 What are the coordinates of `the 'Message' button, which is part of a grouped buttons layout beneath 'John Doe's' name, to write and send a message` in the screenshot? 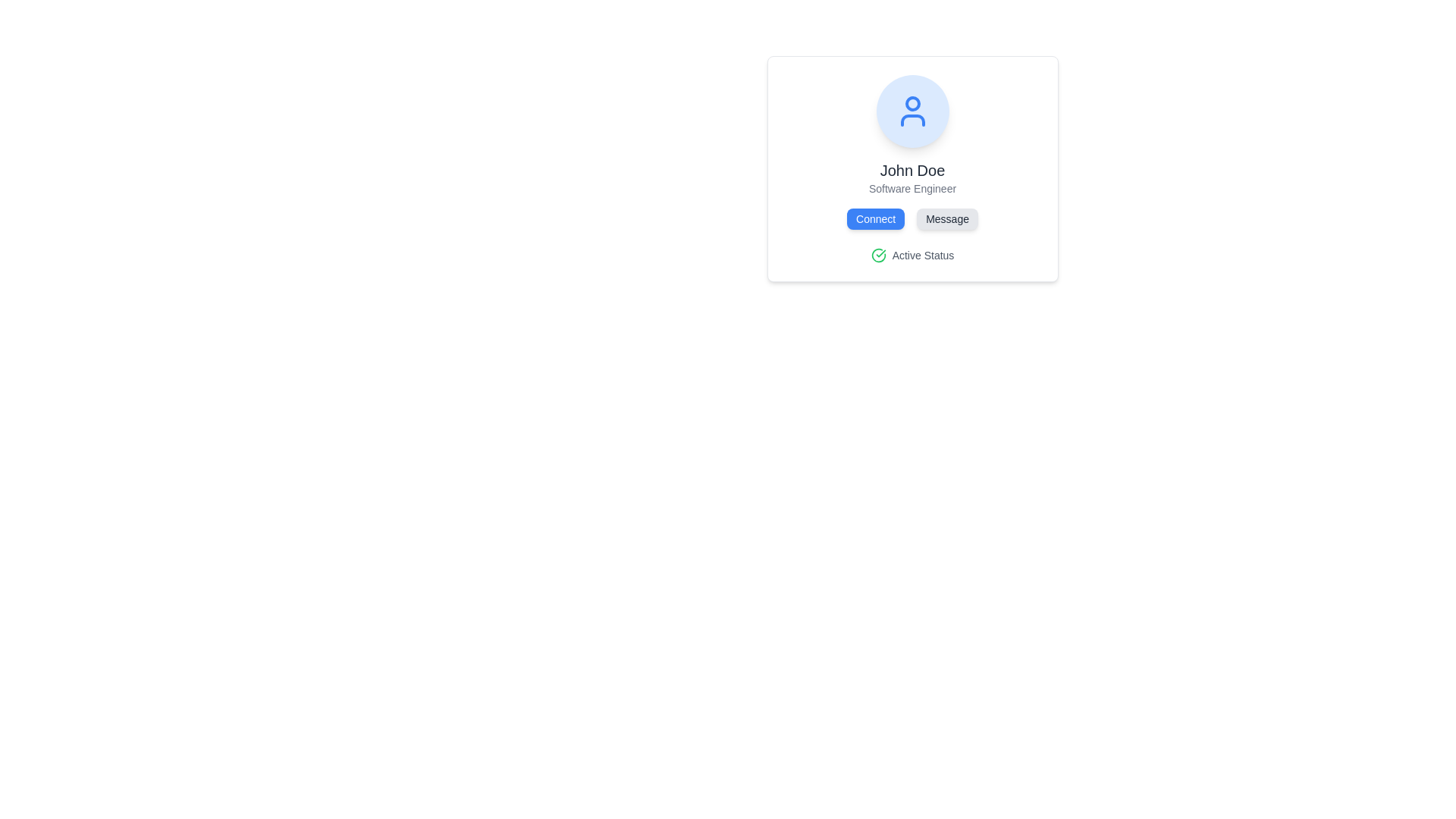 It's located at (912, 219).